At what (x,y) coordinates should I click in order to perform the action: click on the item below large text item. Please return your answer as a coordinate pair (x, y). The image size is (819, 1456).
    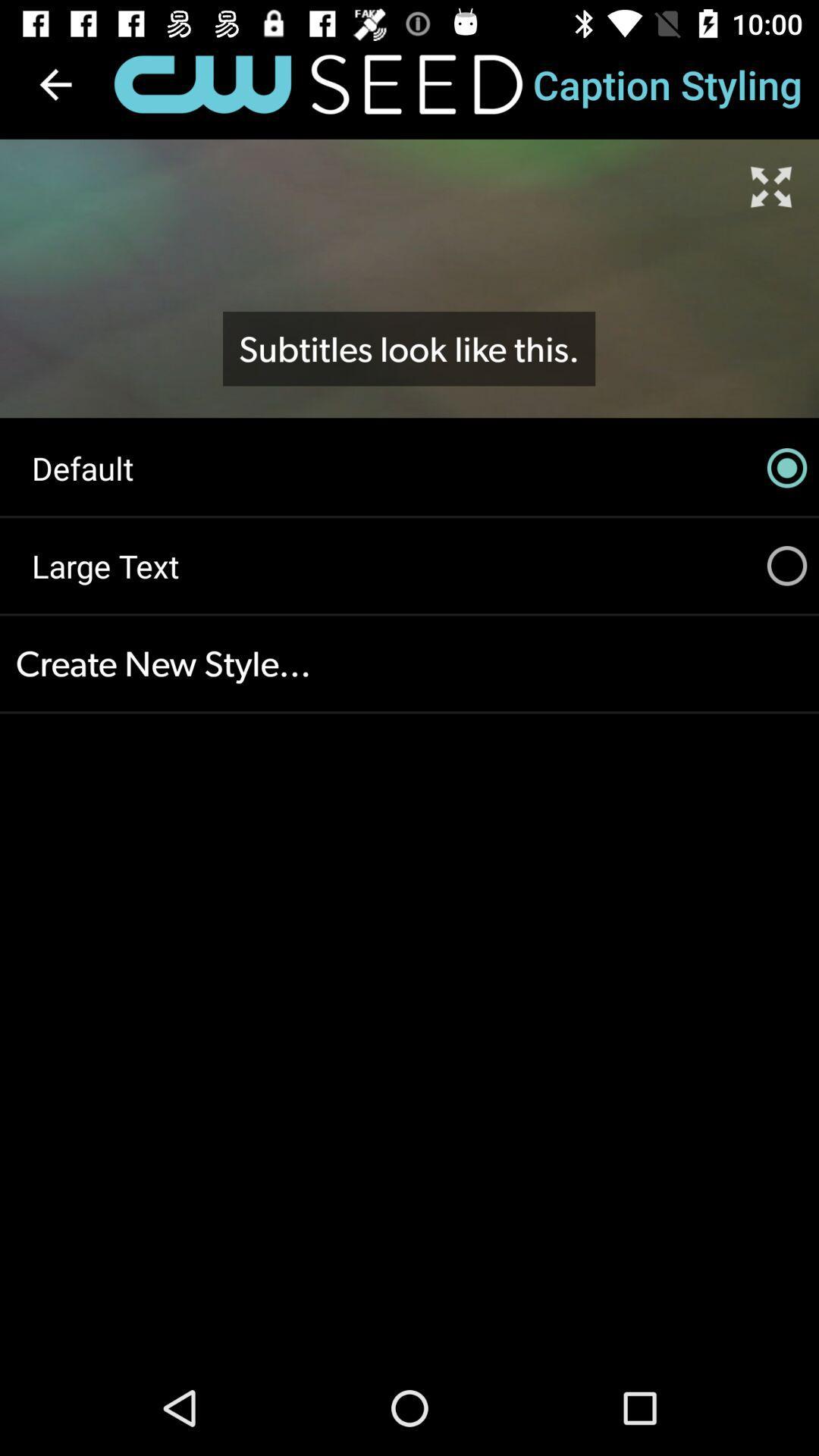
    Looking at the image, I should click on (409, 664).